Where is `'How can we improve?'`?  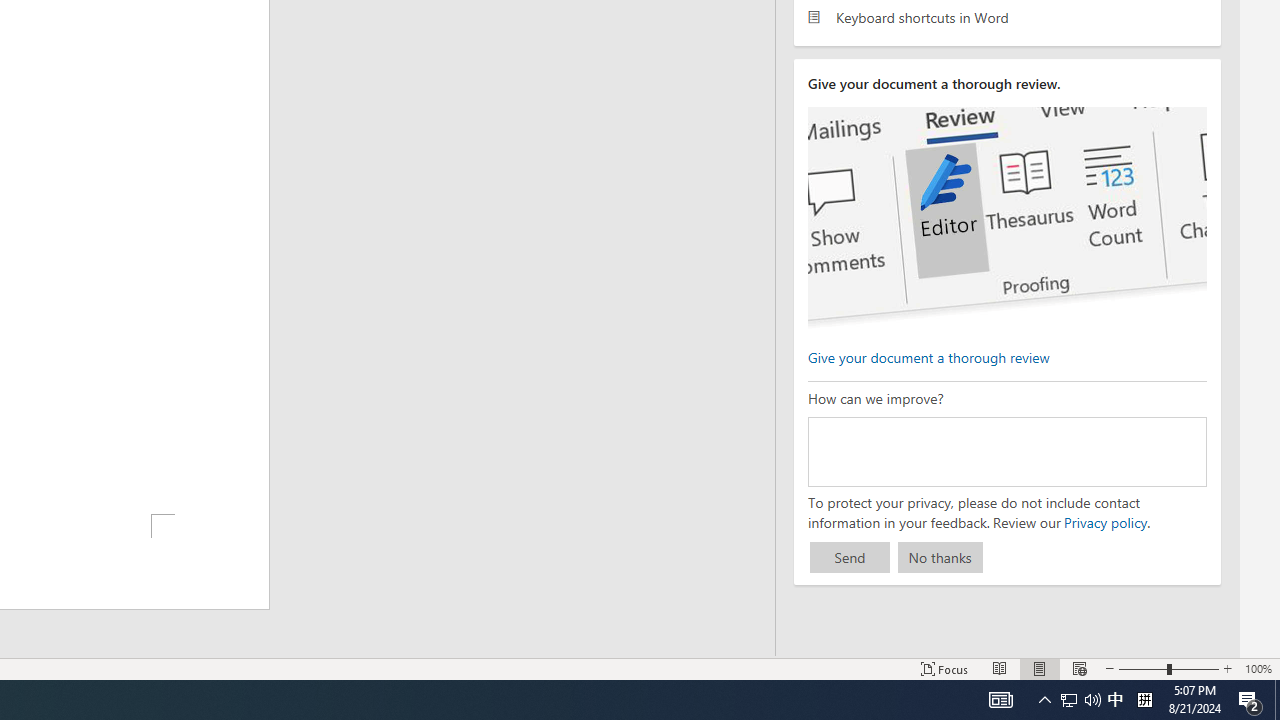
'How can we improve?' is located at coordinates (1007, 451).